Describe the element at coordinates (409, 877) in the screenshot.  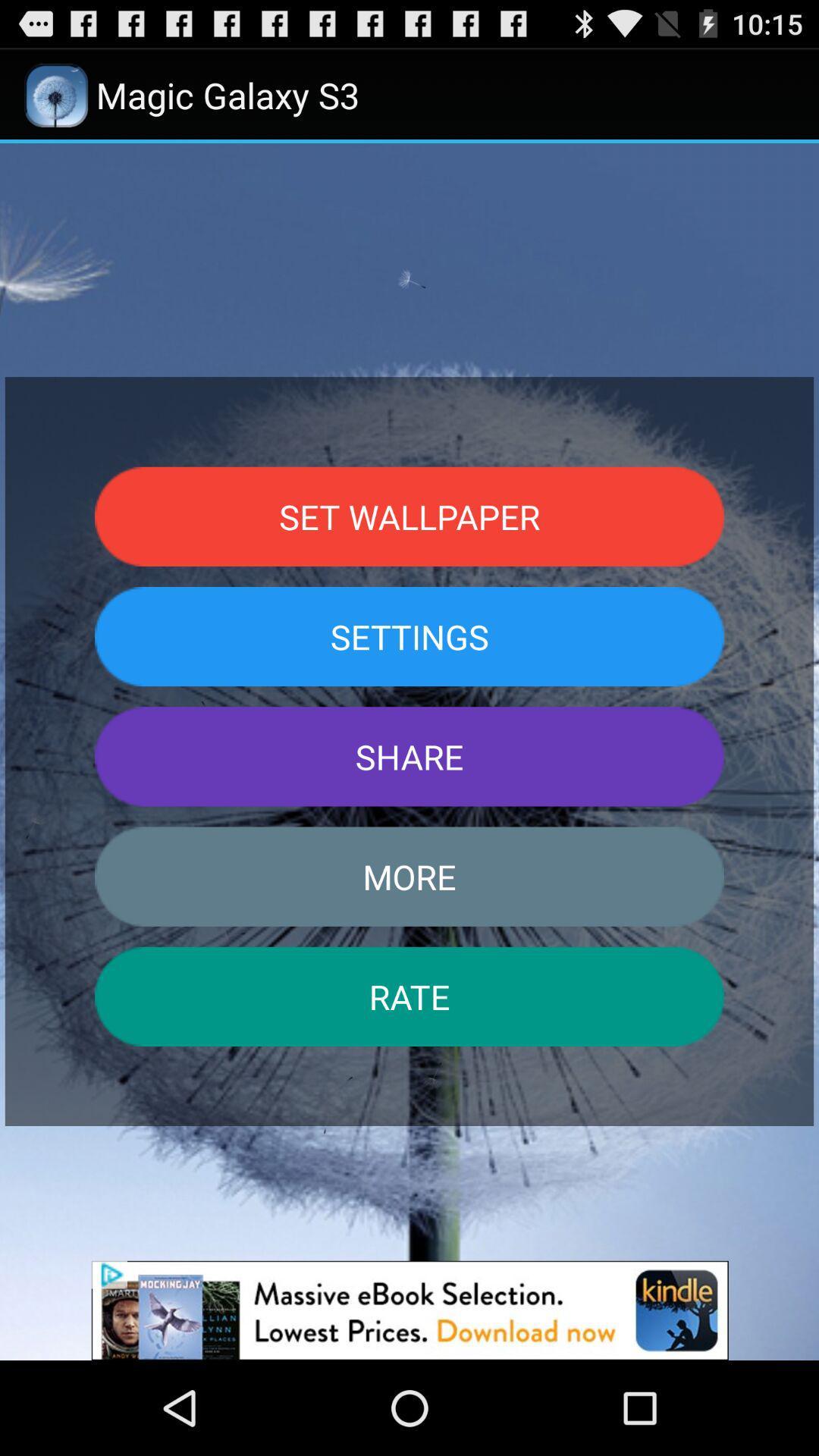
I see `more item` at that location.